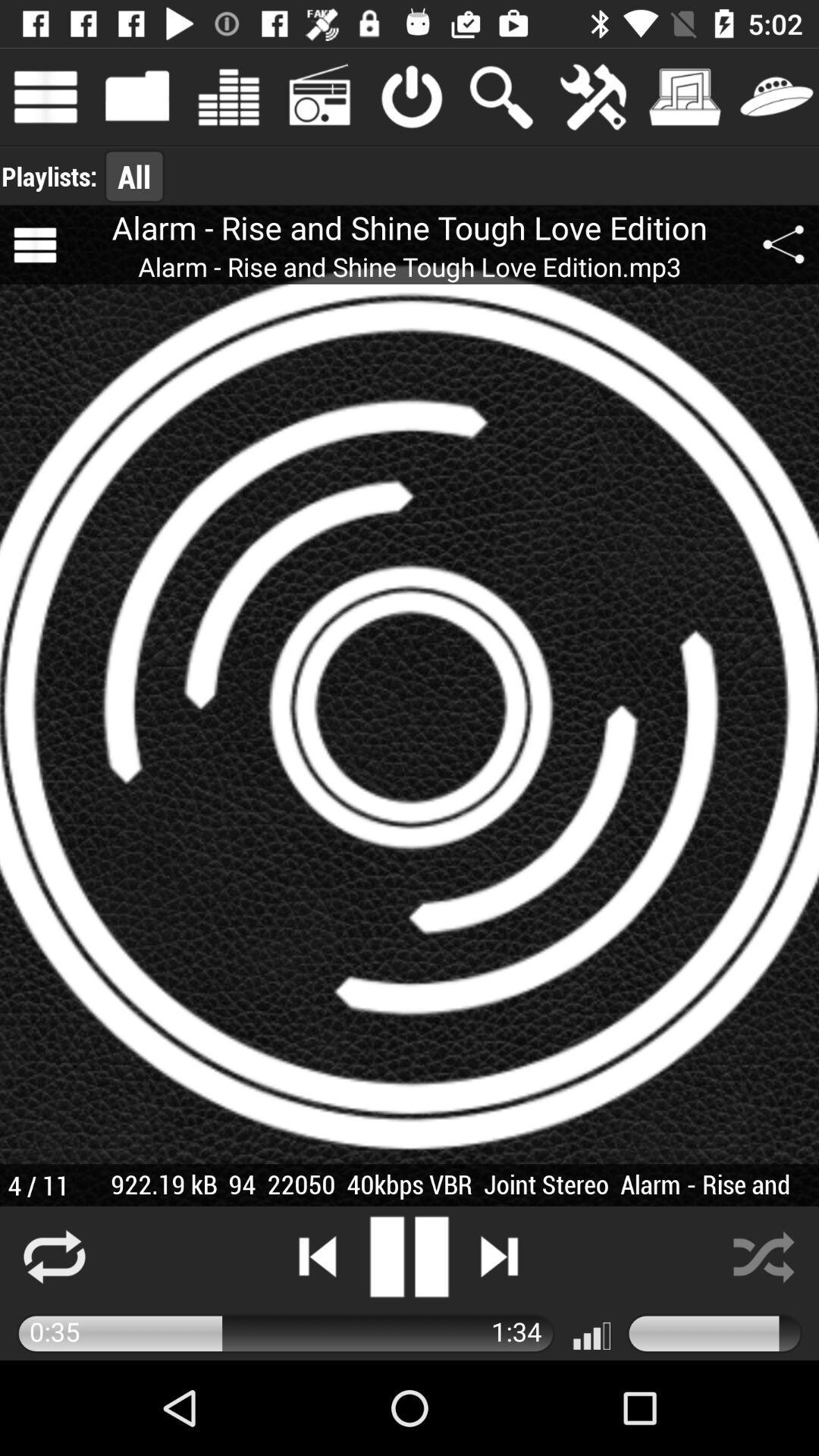 This screenshot has height=1456, width=819. Describe the element at coordinates (49, 176) in the screenshot. I see `the item next to   all   item` at that location.